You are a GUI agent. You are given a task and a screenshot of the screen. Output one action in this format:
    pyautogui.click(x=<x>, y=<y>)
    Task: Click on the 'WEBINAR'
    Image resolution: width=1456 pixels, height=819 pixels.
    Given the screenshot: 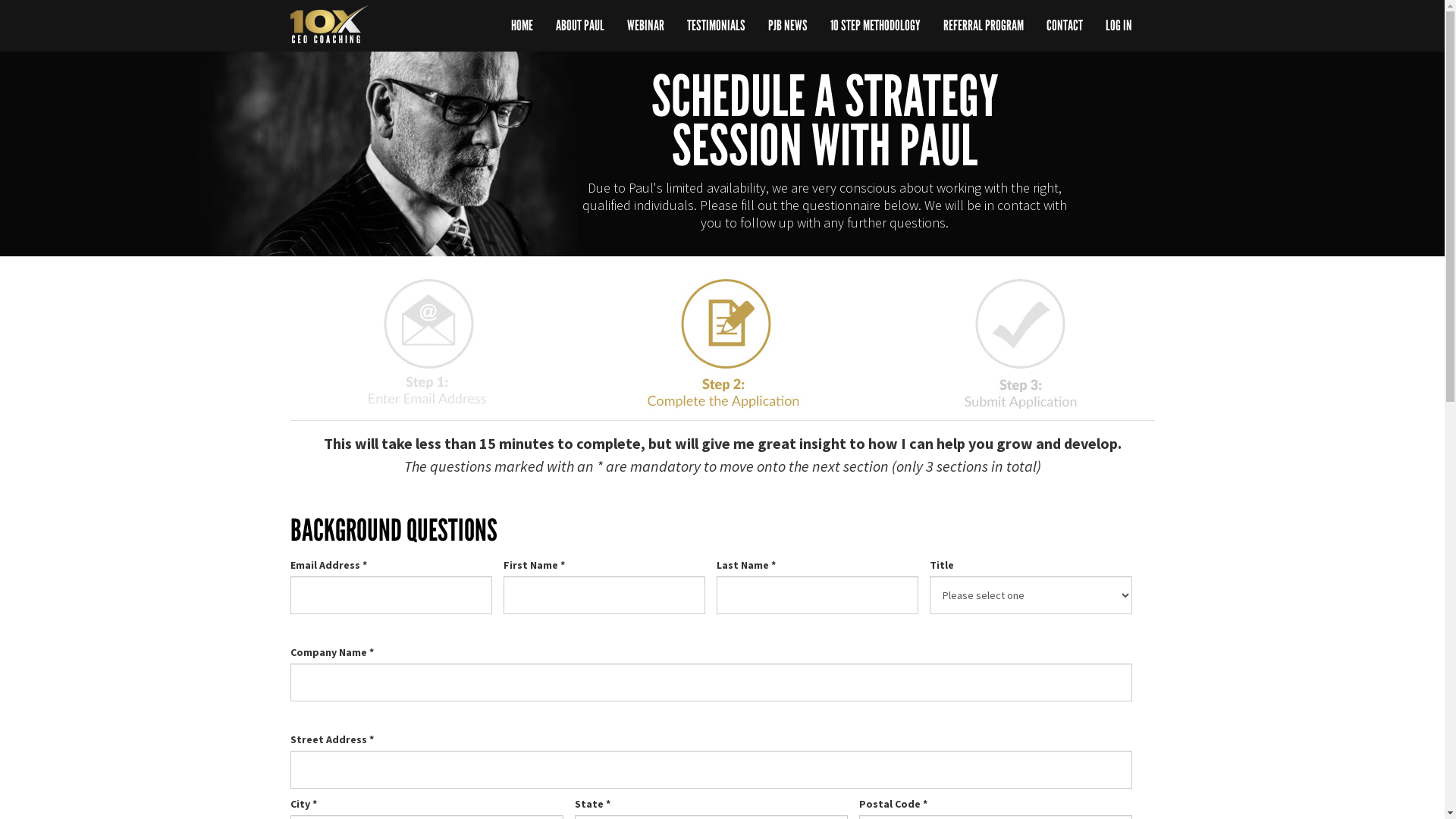 What is the action you would take?
    pyautogui.click(x=645, y=26)
    